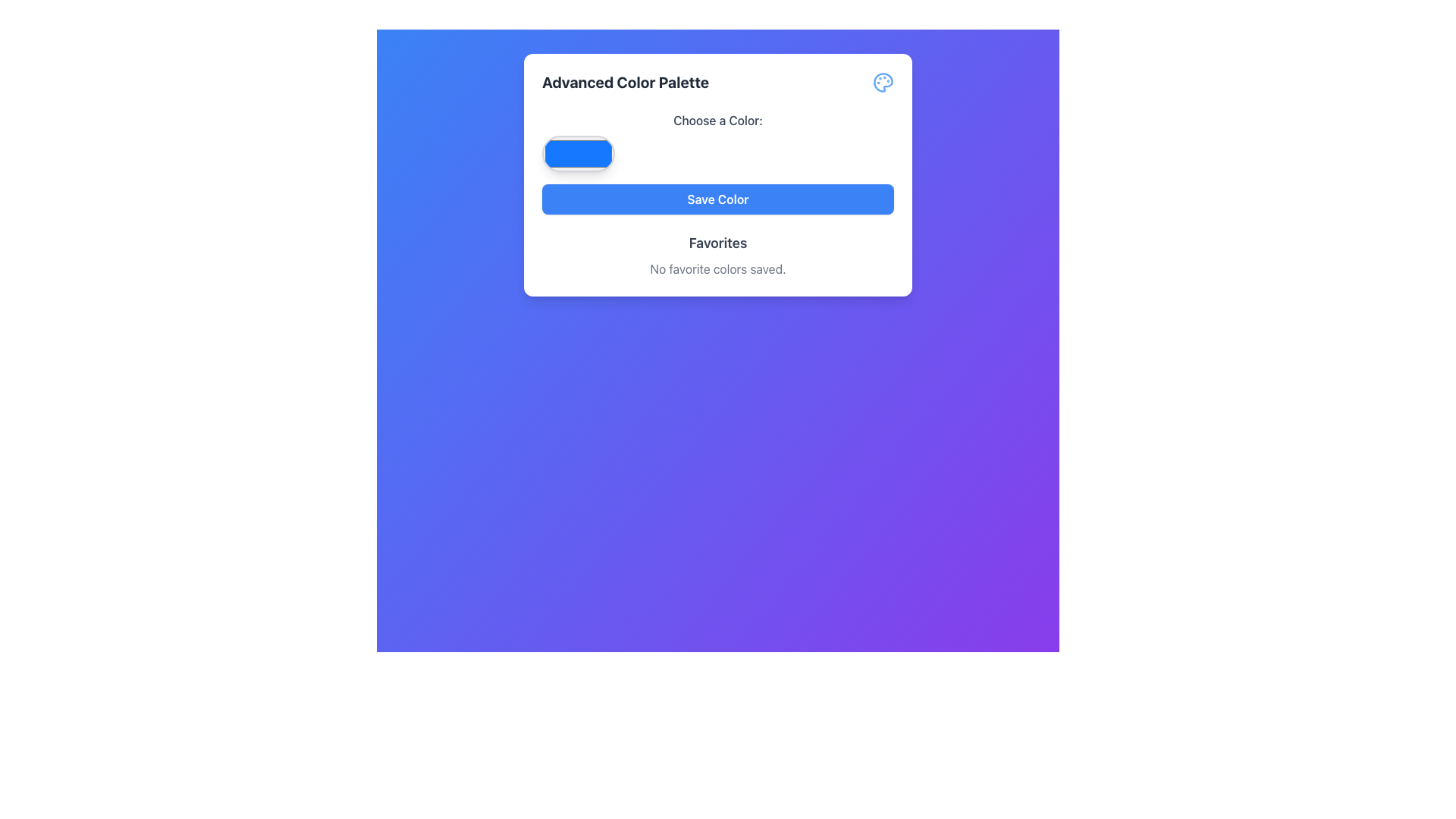 The width and height of the screenshot is (1456, 819). What do you see at coordinates (717, 268) in the screenshot?
I see `the text element stating 'No favorite colors saved.' located in the 'Favorites' section, positioned directly below the section title` at bounding box center [717, 268].